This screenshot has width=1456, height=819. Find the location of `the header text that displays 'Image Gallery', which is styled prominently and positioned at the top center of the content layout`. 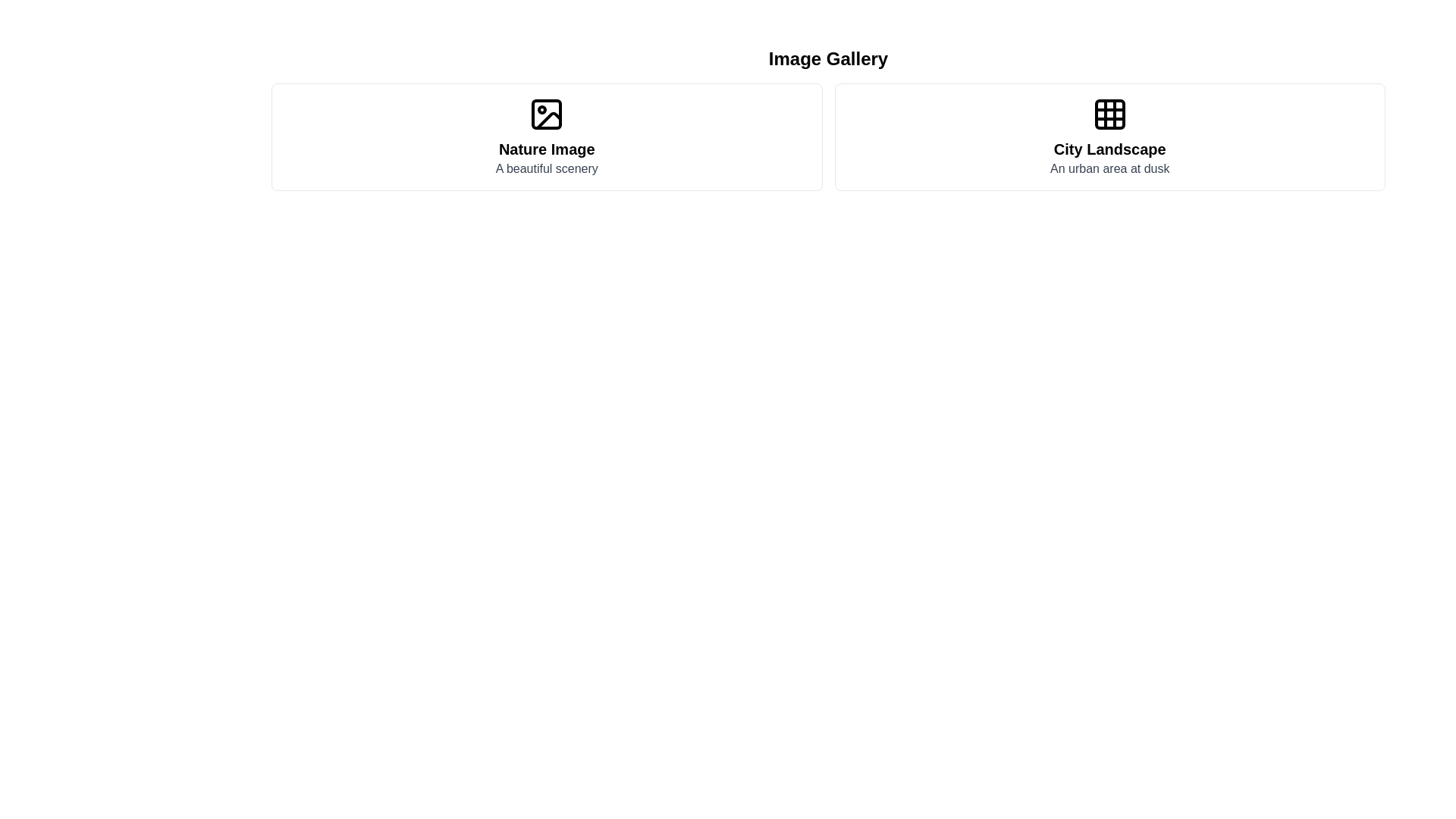

the header text that displays 'Image Gallery', which is styled prominently and positioned at the top center of the content layout is located at coordinates (827, 58).